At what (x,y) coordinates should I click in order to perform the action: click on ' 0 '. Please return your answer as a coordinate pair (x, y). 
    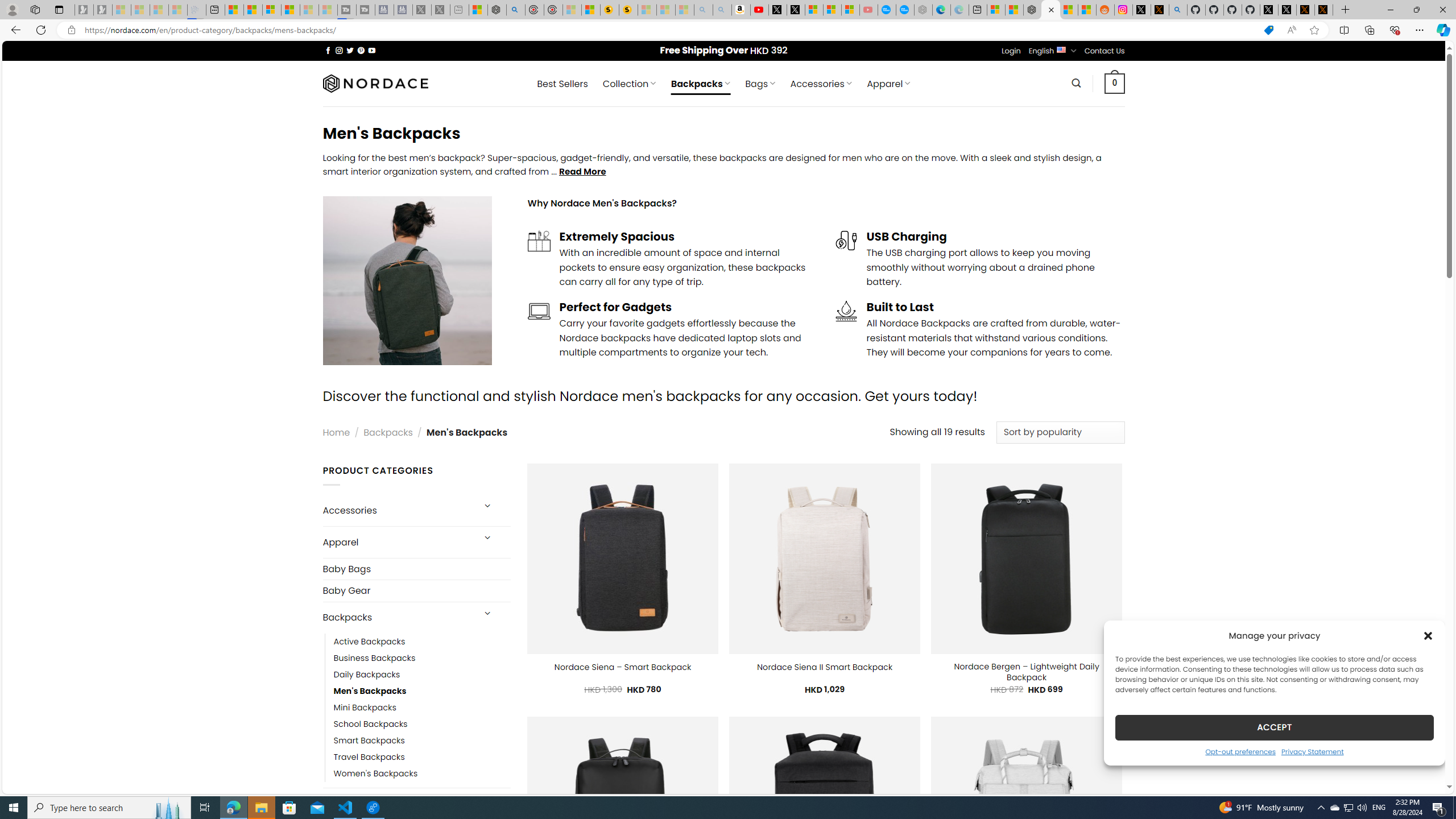
    Looking at the image, I should click on (1115, 82).